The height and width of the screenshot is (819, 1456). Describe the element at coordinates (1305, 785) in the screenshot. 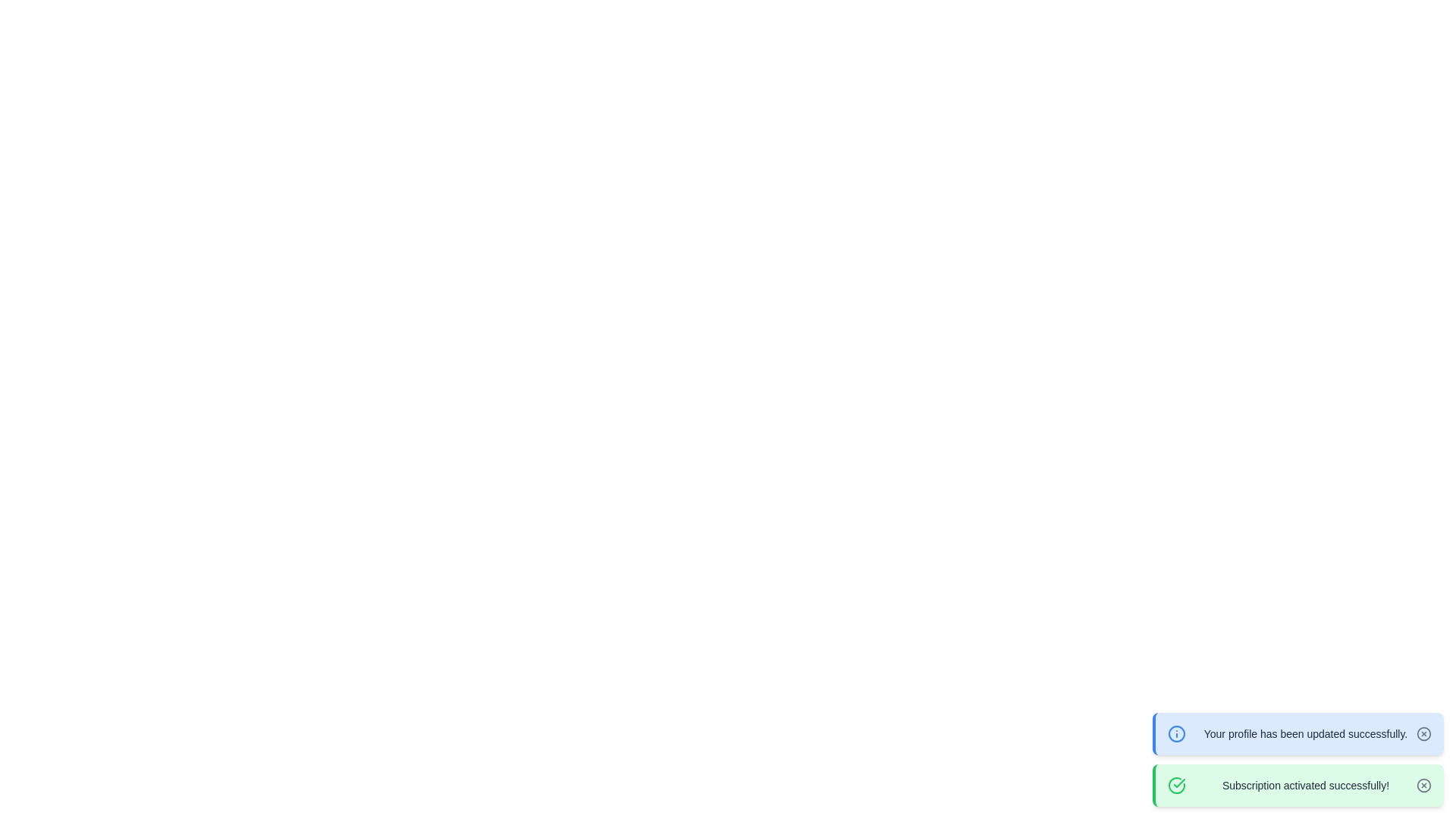

I see `the static text displaying 'Subscription activated successfully!' which is styled with a grayish-dark text color on a light green background` at that location.